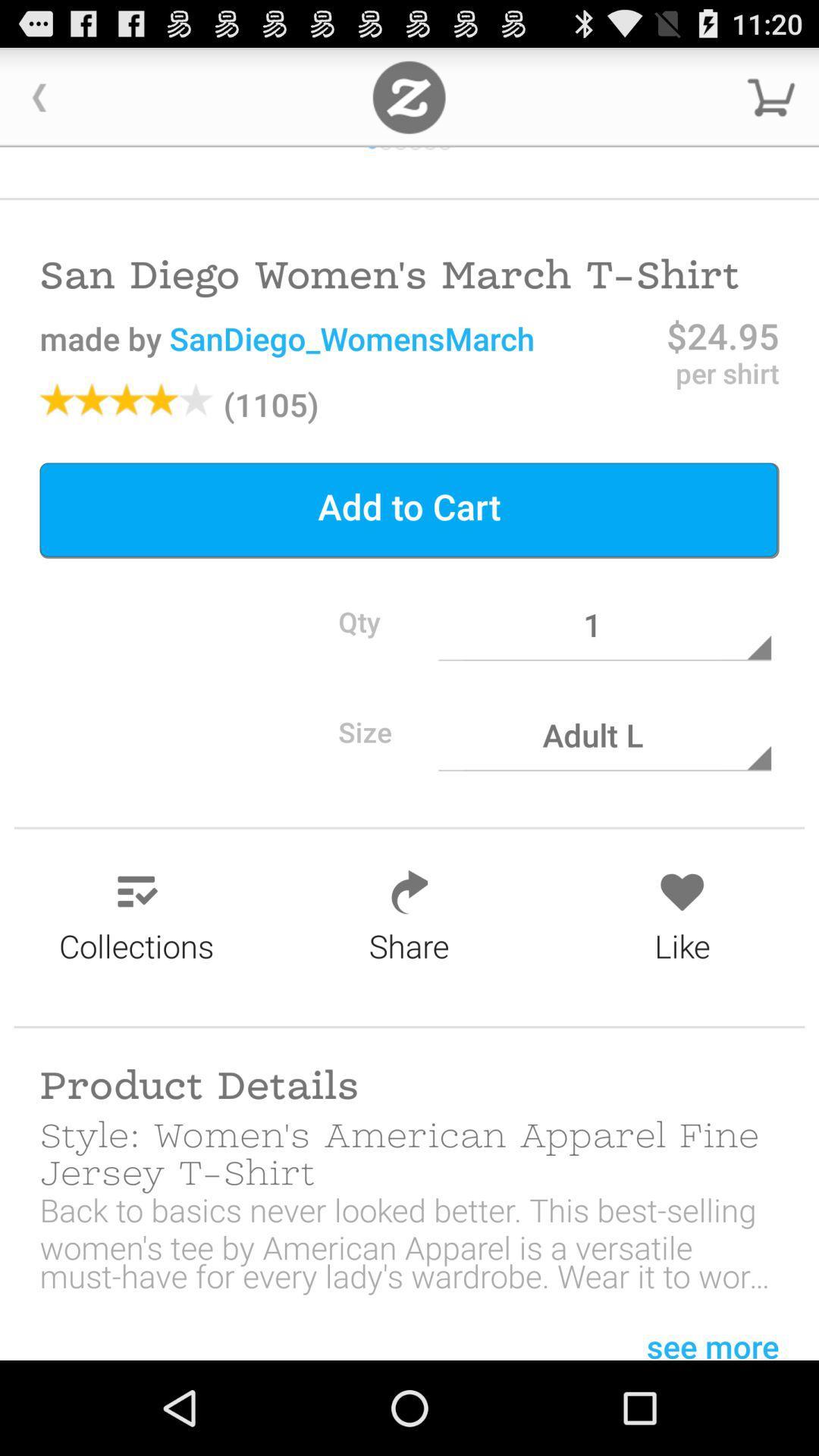 The height and width of the screenshot is (1456, 819). Describe the element at coordinates (771, 96) in the screenshot. I see `downarrow` at that location.